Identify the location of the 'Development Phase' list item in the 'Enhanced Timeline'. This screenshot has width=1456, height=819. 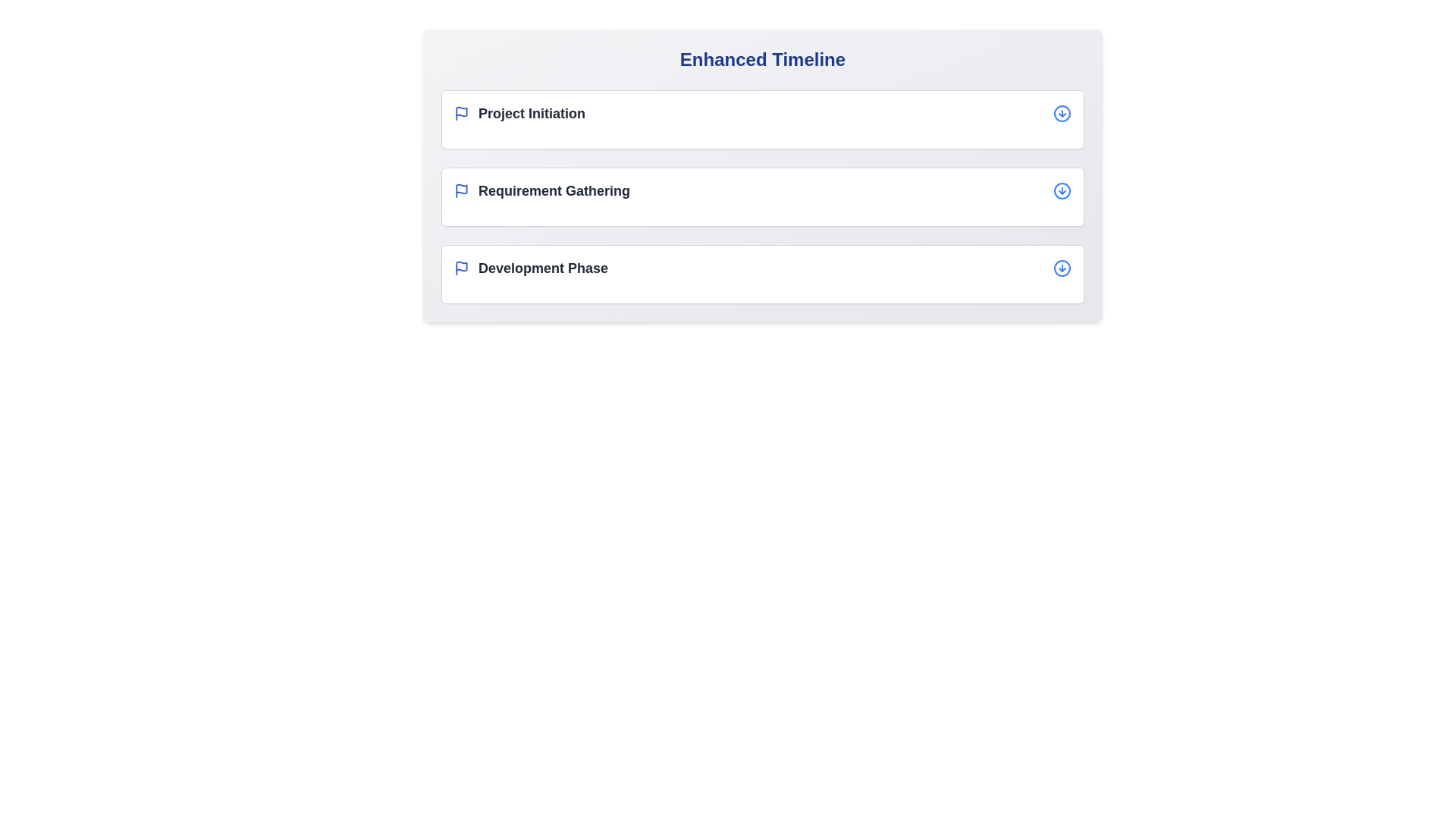
(763, 268).